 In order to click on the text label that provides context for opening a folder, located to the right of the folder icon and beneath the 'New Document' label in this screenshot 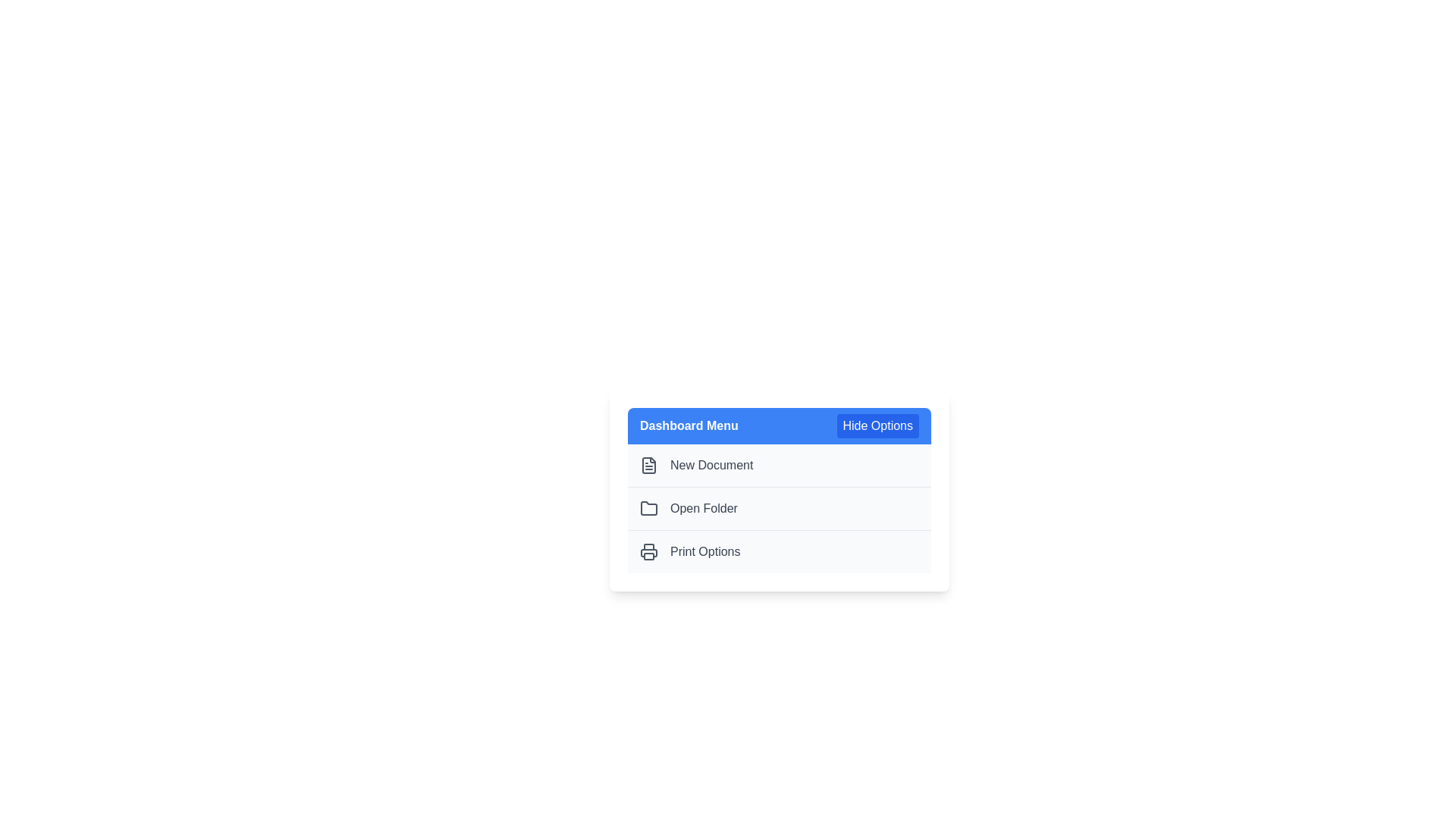, I will do `click(703, 509)`.